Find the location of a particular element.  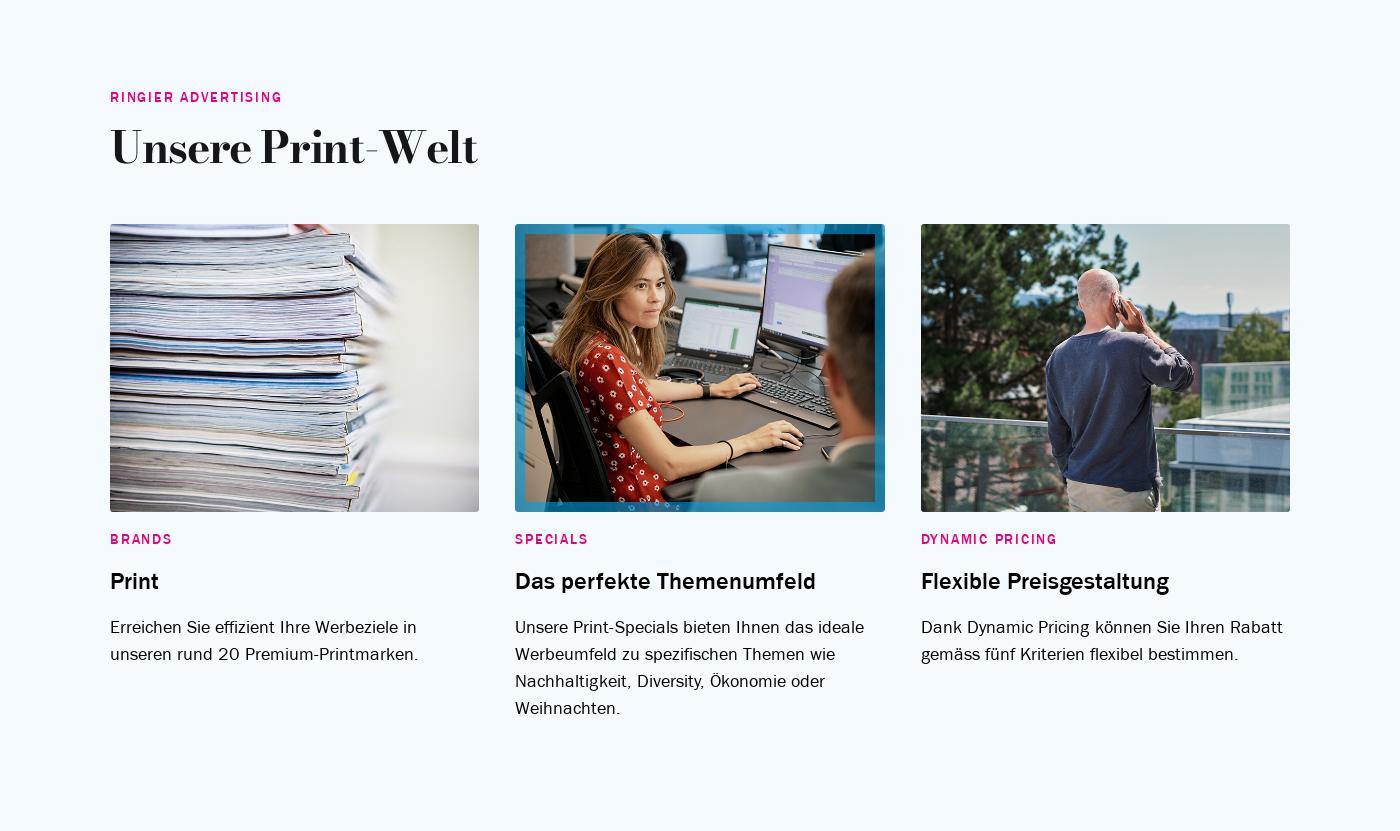

'Über unsere Werbung' is located at coordinates (972, 412).